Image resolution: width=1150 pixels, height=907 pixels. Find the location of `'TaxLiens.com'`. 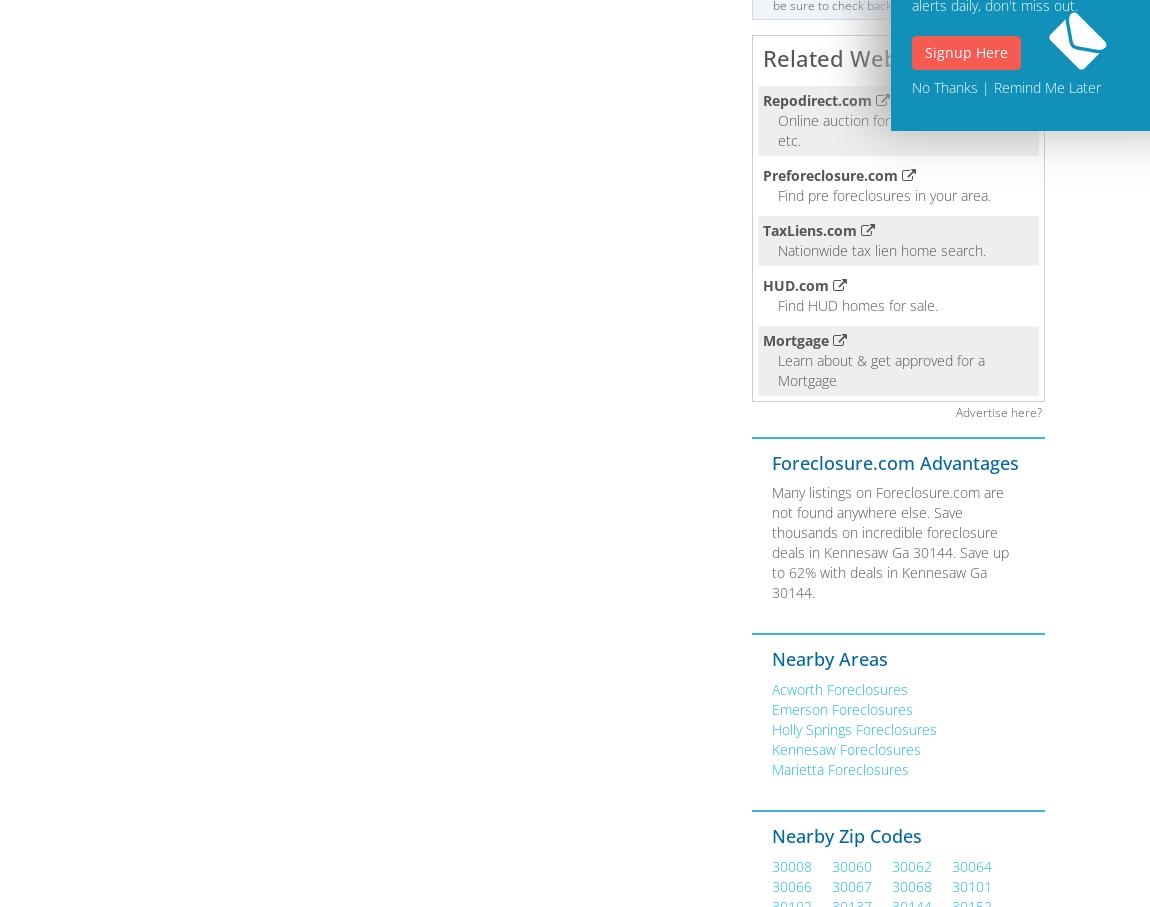

'TaxLiens.com' is located at coordinates (809, 229).